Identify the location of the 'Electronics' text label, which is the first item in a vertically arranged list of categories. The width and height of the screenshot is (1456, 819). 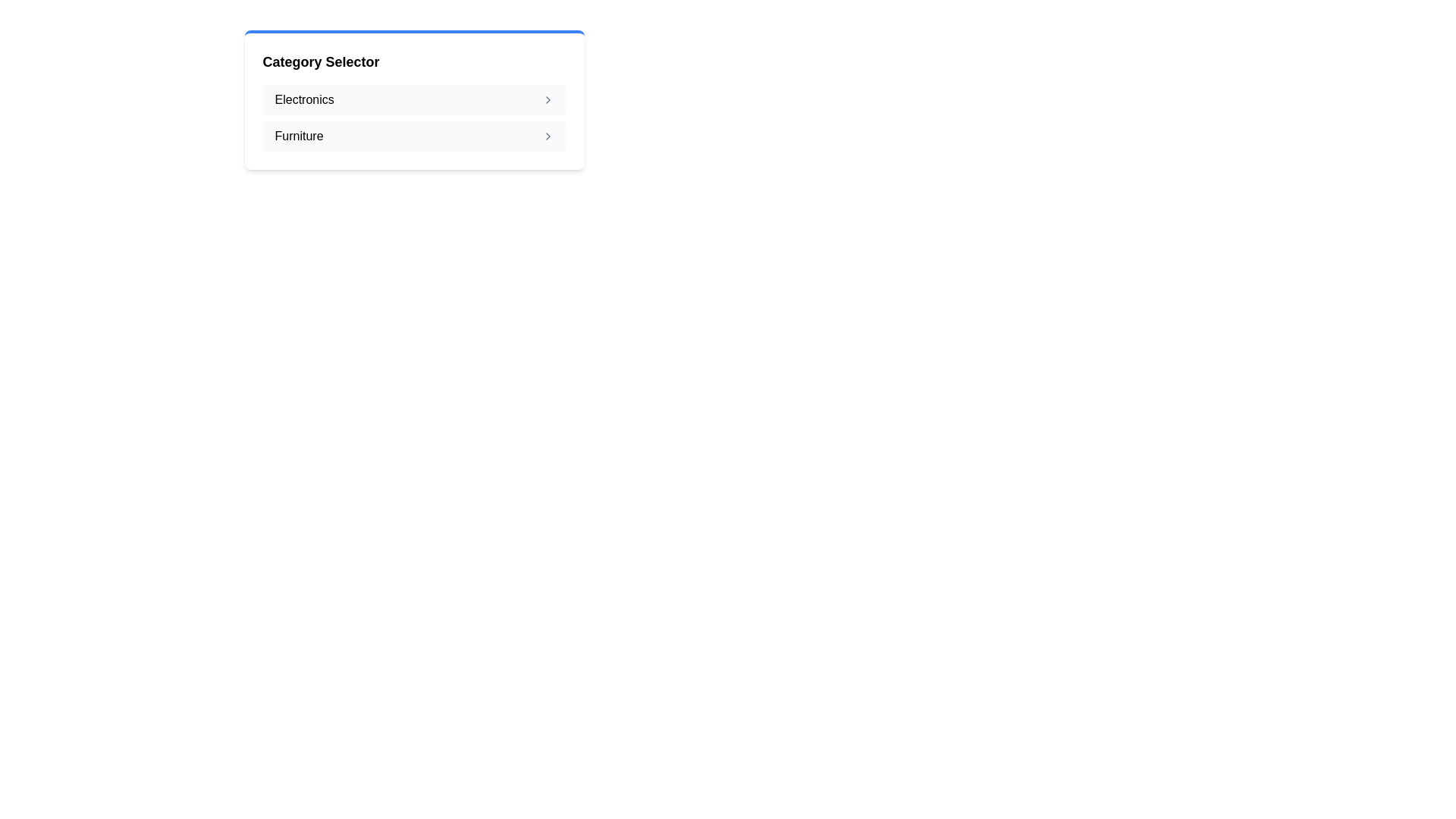
(303, 99).